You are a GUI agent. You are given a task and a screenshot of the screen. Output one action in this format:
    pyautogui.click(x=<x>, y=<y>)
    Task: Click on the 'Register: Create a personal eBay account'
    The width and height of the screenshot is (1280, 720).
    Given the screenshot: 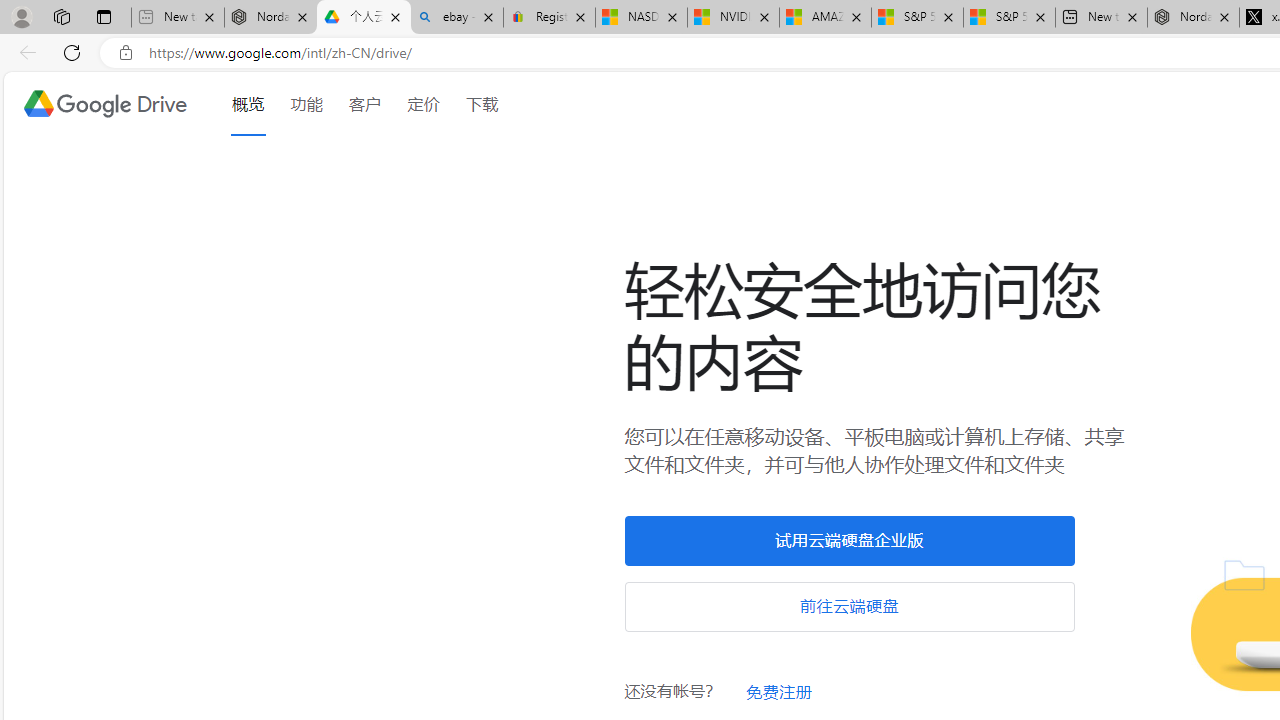 What is the action you would take?
    pyautogui.click(x=549, y=17)
    